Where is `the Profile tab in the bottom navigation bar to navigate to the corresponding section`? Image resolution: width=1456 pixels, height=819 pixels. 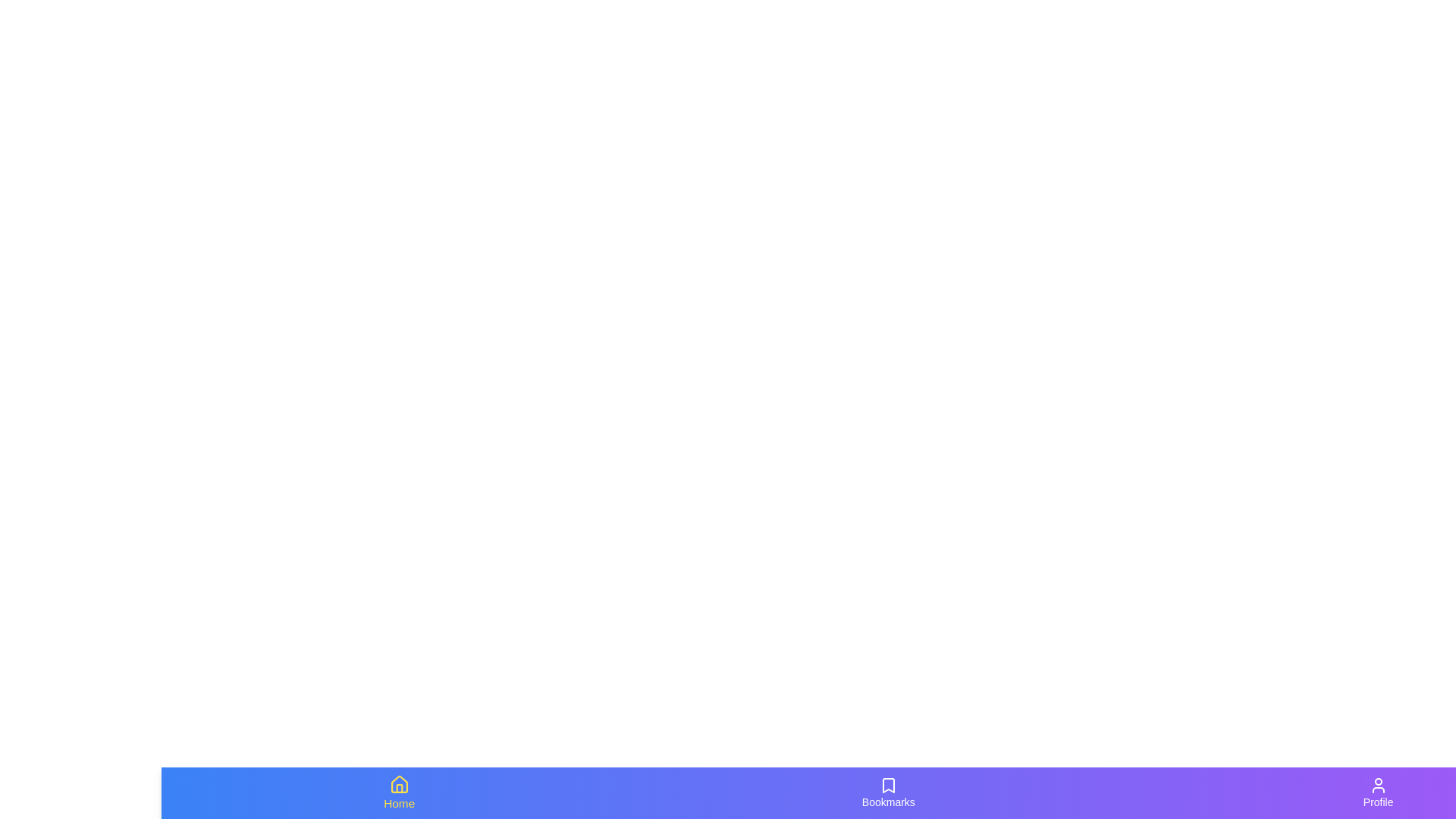 the Profile tab in the bottom navigation bar to navigate to the corresponding section is located at coordinates (1379, 792).